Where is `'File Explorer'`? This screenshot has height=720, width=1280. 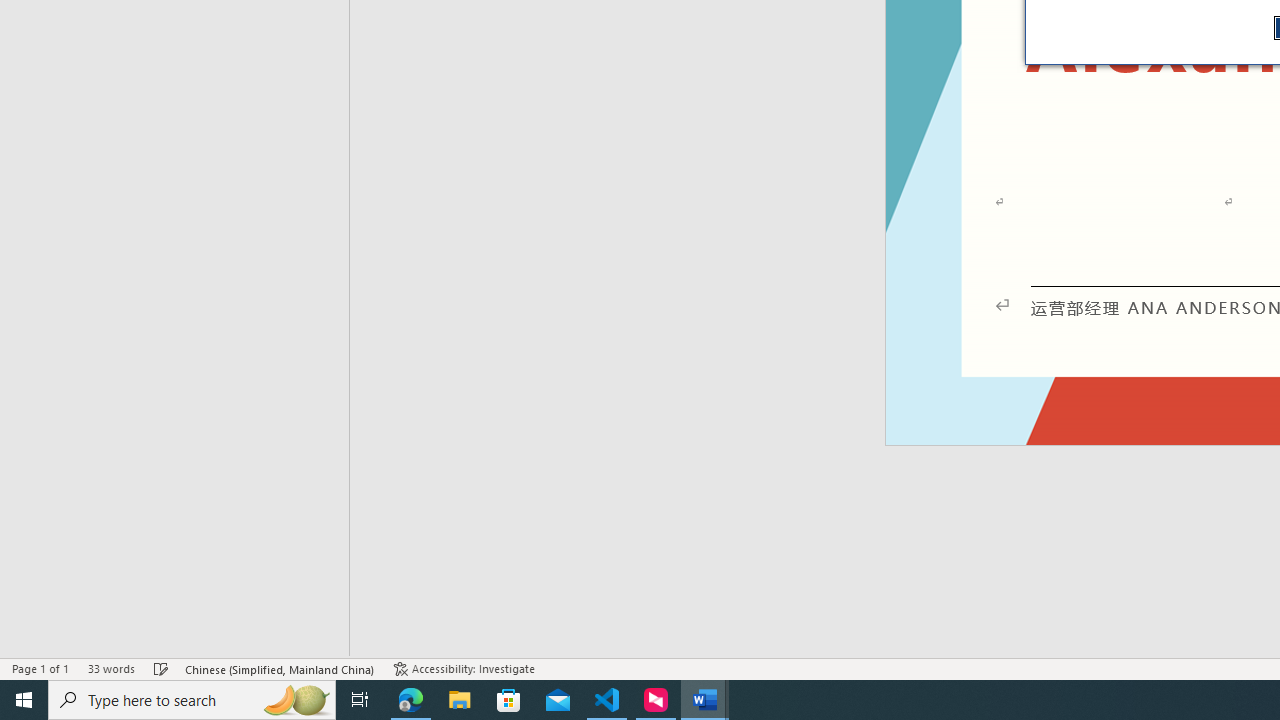
'File Explorer' is located at coordinates (459, 698).